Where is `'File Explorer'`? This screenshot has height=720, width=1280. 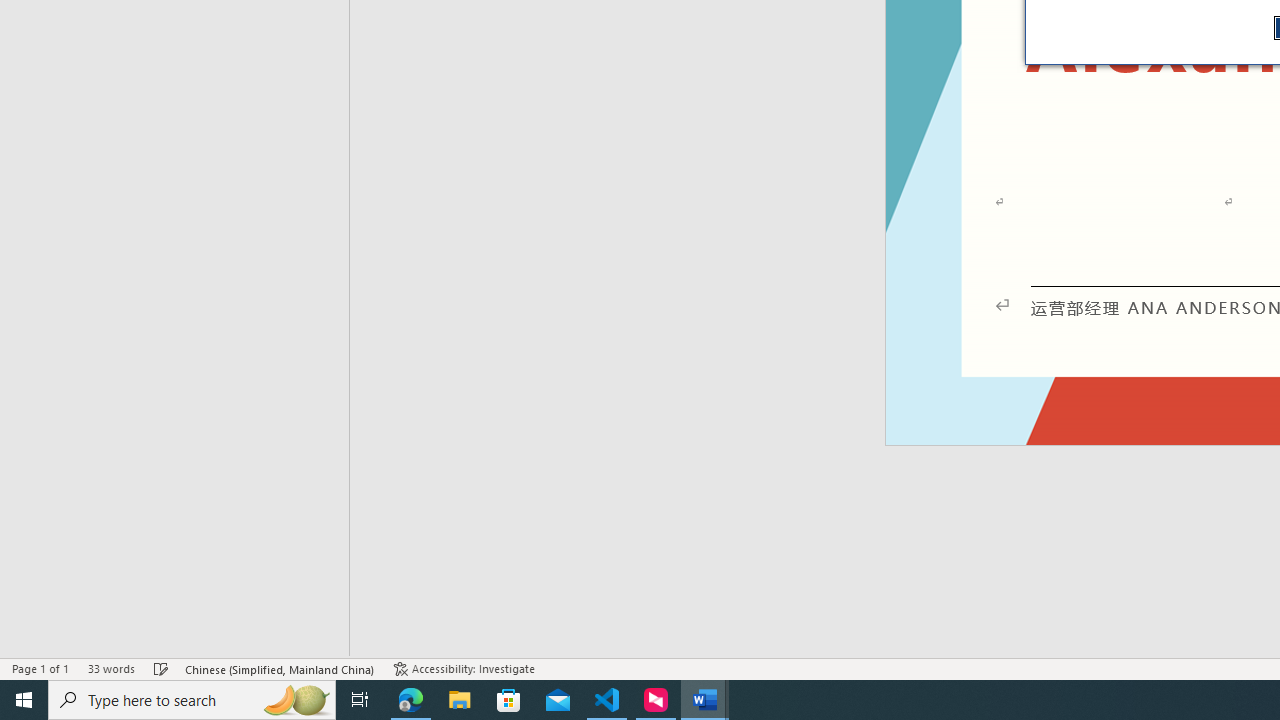
'File Explorer' is located at coordinates (459, 698).